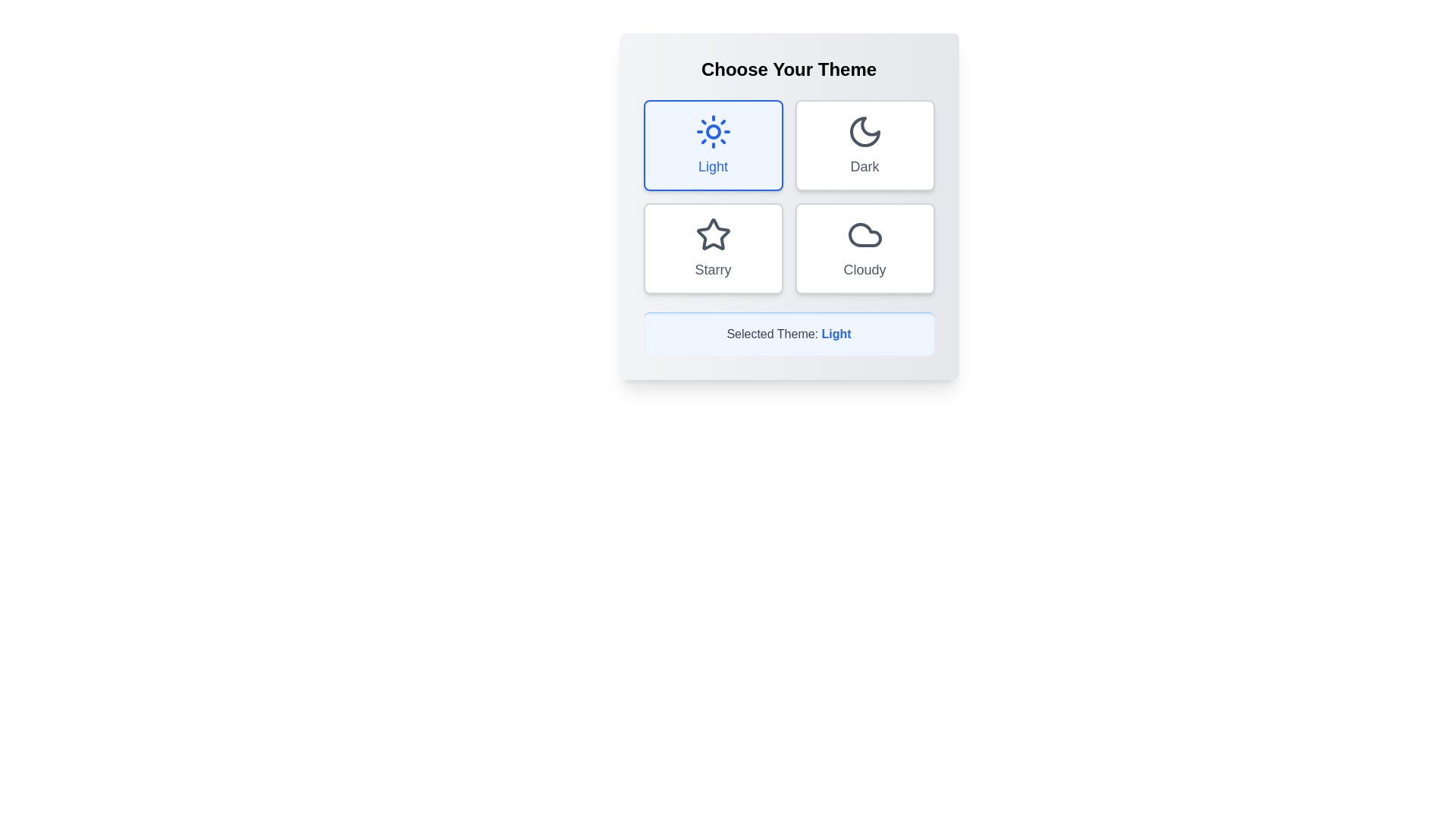 This screenshot has height=819, width=1456. I want to click on the theme button corresponding to Light, so click(712, 146).